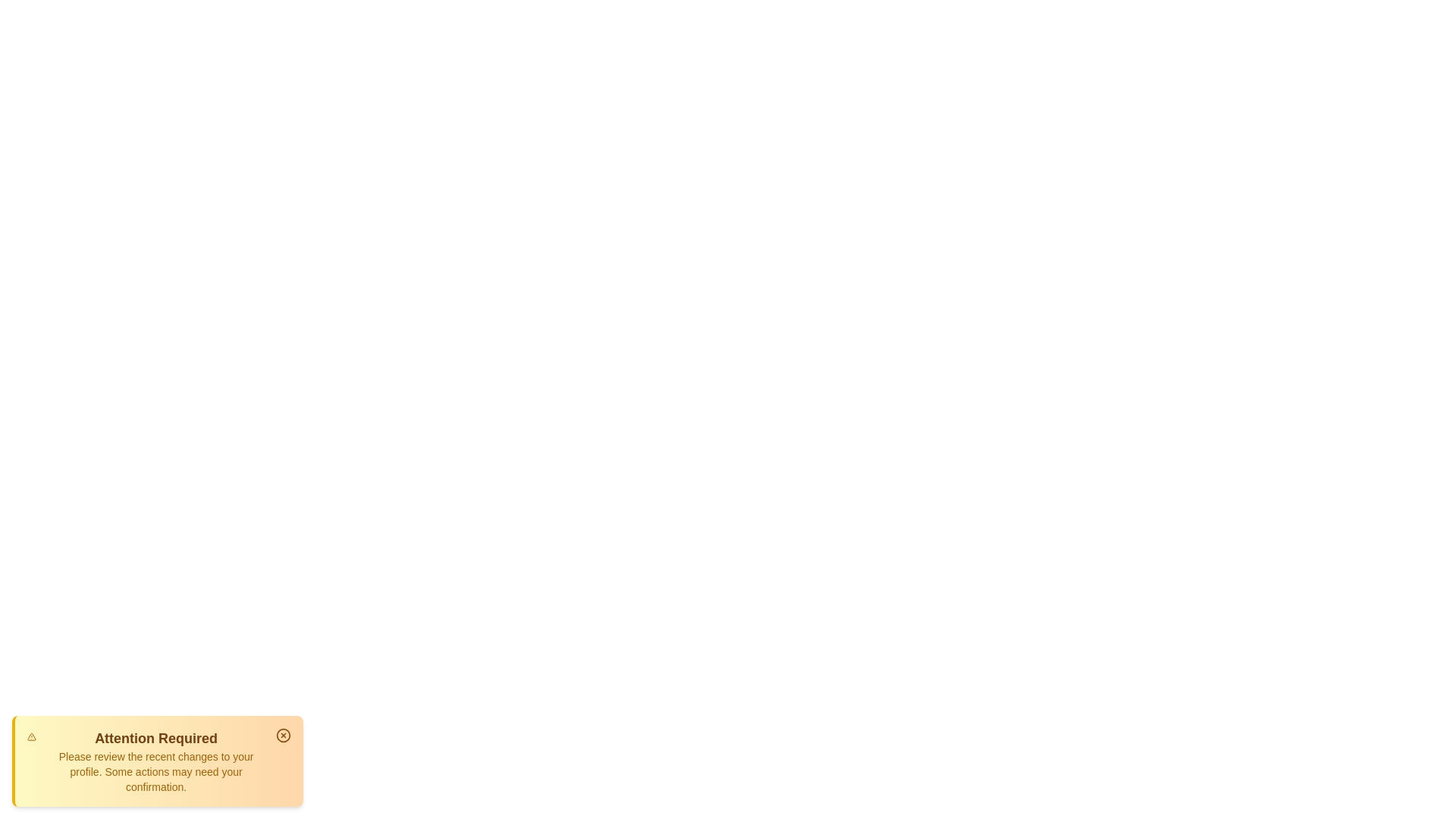  I want to click on the alert icon to interact with it, so click(32, 736).